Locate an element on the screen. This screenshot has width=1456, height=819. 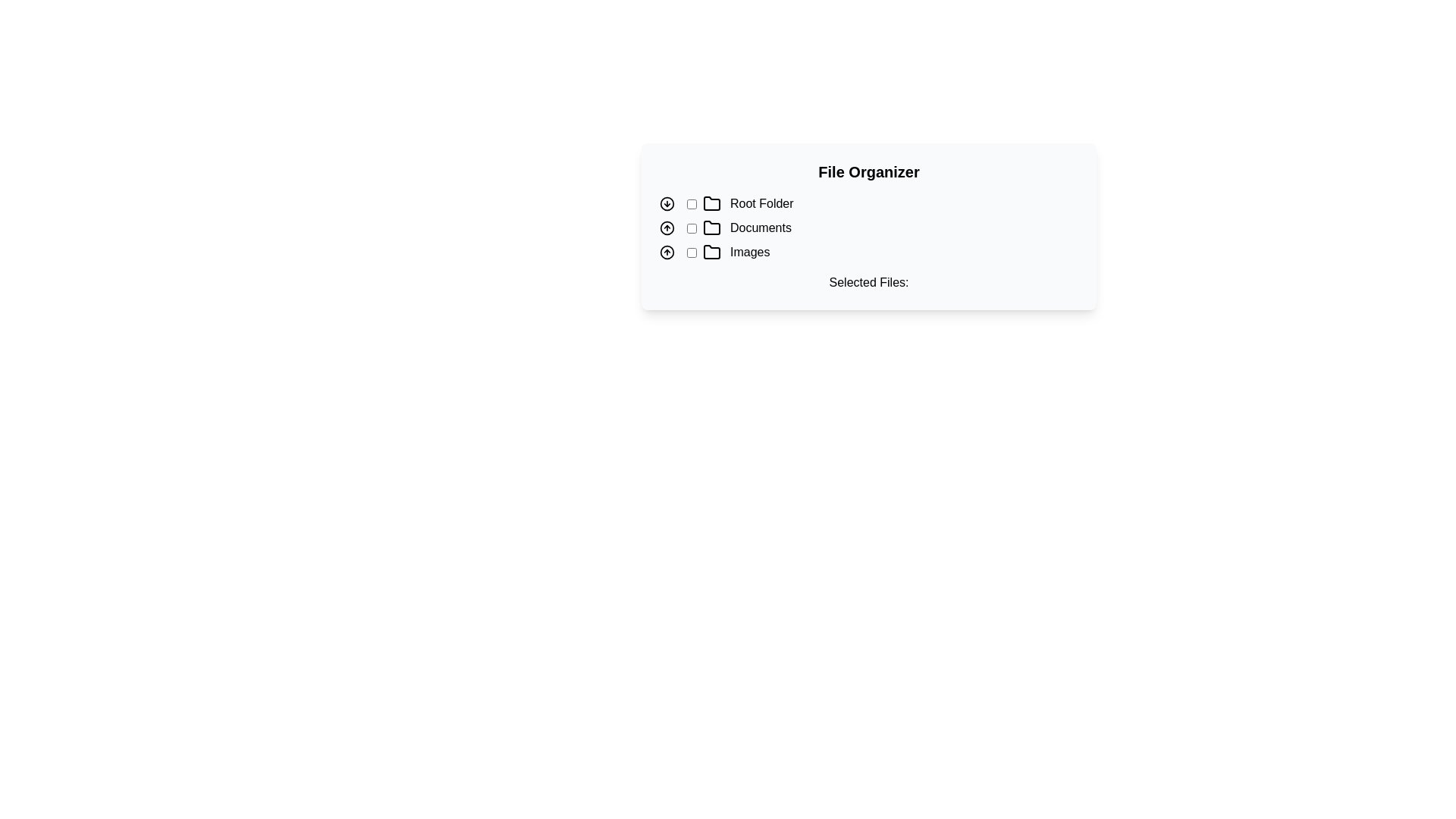
the circular icon with an upward-pointing arrow, which is the first icon in the 'Documents' row of the 'File Organizer' group is located at coordinates (667, 227).